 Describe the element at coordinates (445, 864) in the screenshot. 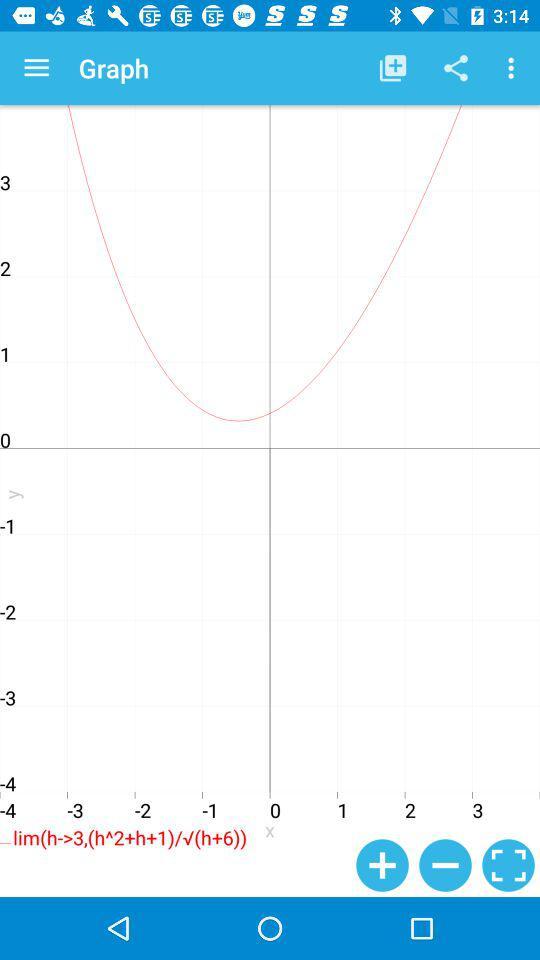

I see `the minus icon` at that location.